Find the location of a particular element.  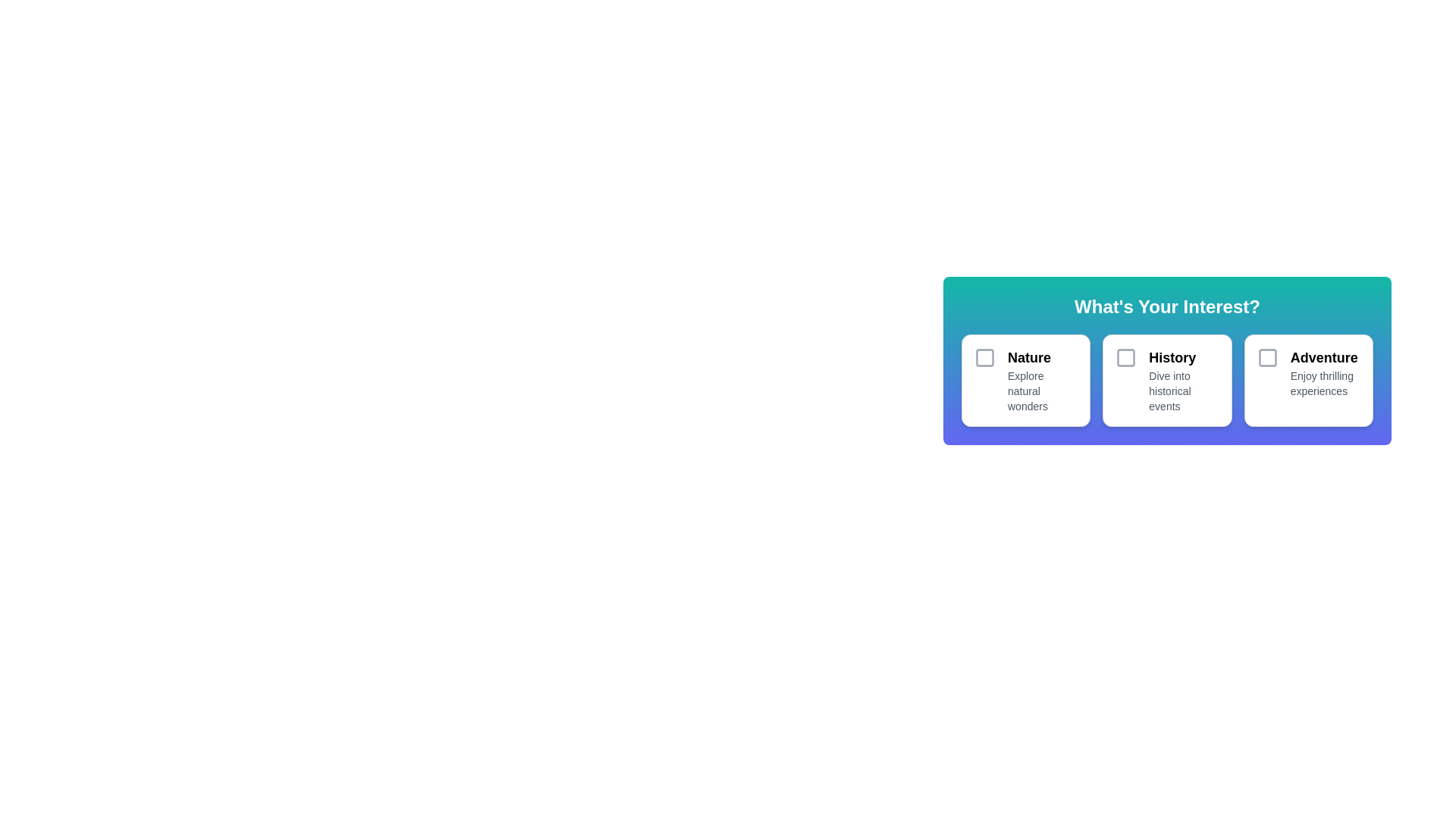

the checkbox for the 'Adventure' category is located at coordinates (1267, 357).